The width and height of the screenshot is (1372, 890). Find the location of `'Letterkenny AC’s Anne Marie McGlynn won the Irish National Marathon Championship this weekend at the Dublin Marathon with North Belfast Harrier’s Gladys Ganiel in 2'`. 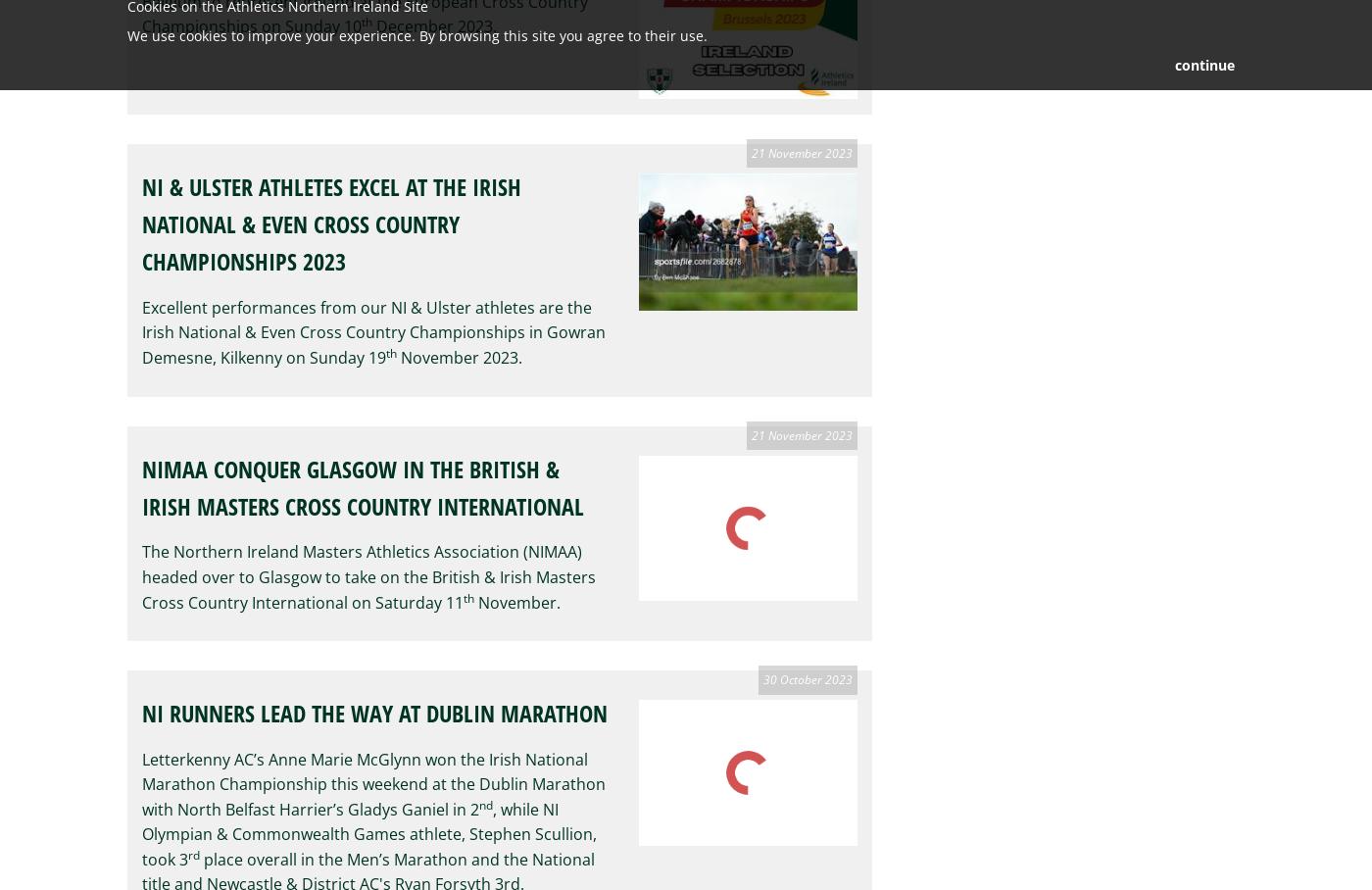

'Letterkenny AC’s Anne Marie McGlynn won the Irish National Marathon Championship this weekend at the Dublin Marathon with North Belfast Harrier’s Gladys Ganiel in 2' is located at coordinates (142, 783).